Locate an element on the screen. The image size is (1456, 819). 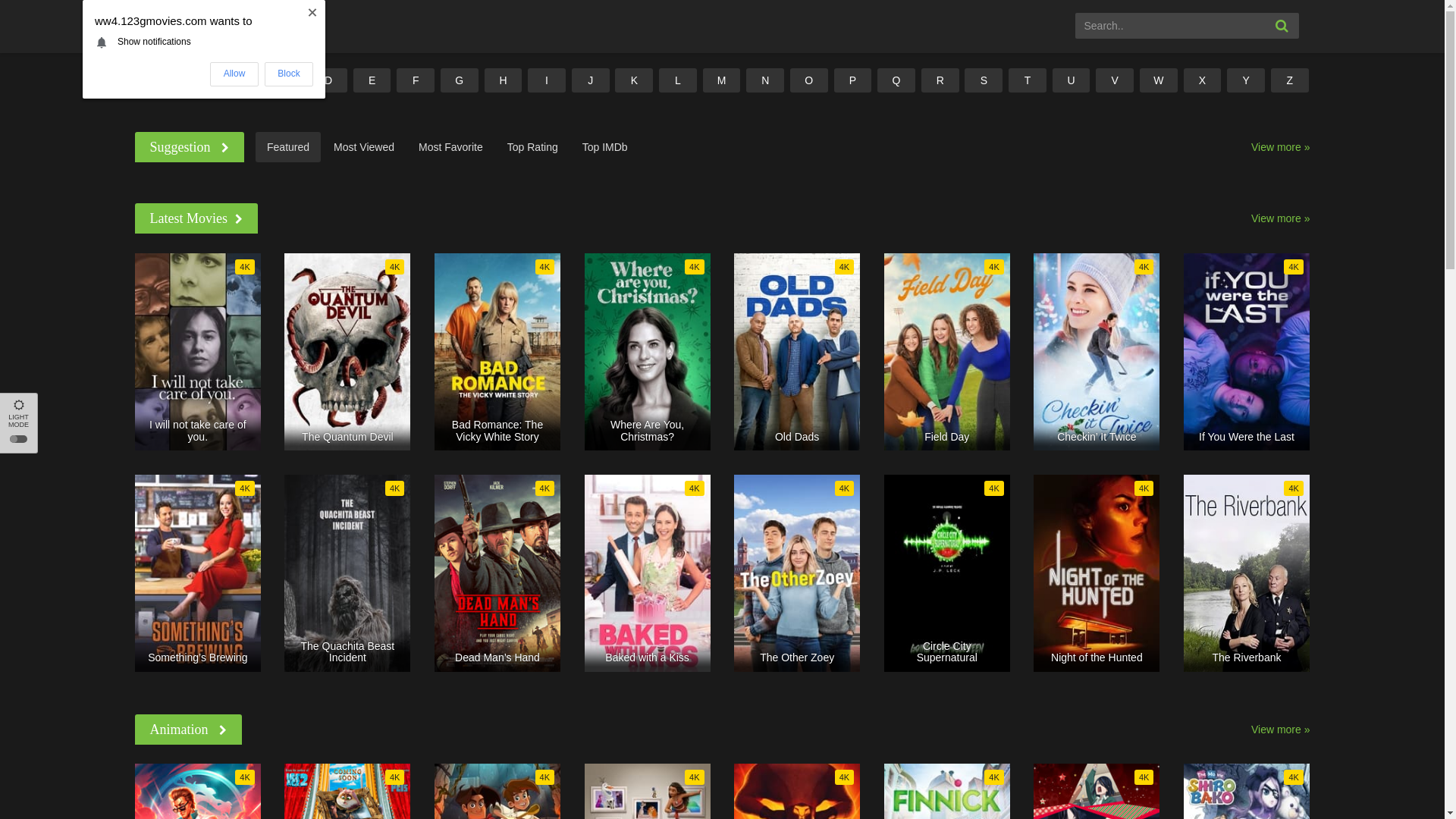
'O' is located at coordinates (789, 80).